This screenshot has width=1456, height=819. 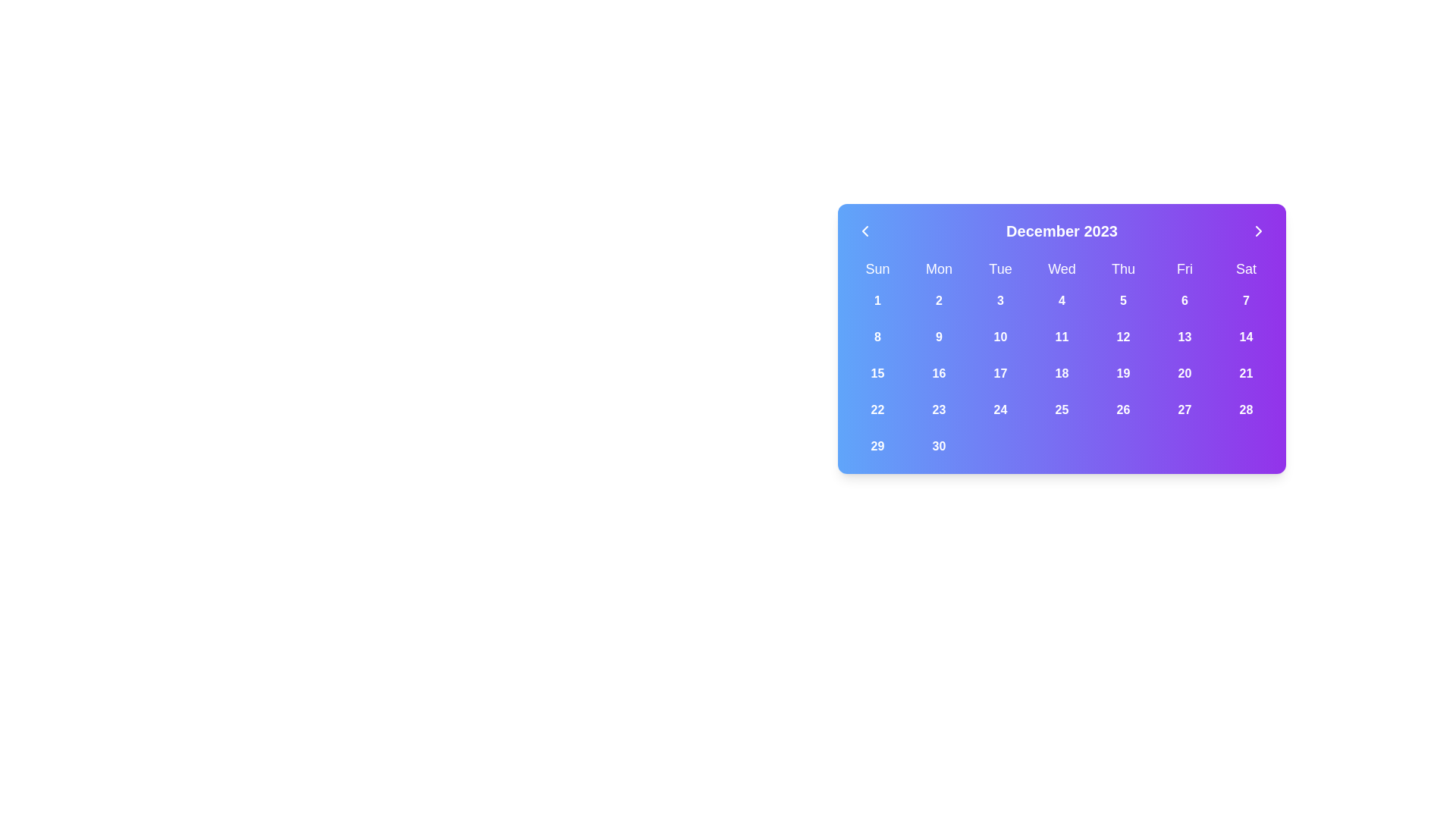 I want to click on the Interactive button containing the numeric text '22', so click(x=877, y=409).